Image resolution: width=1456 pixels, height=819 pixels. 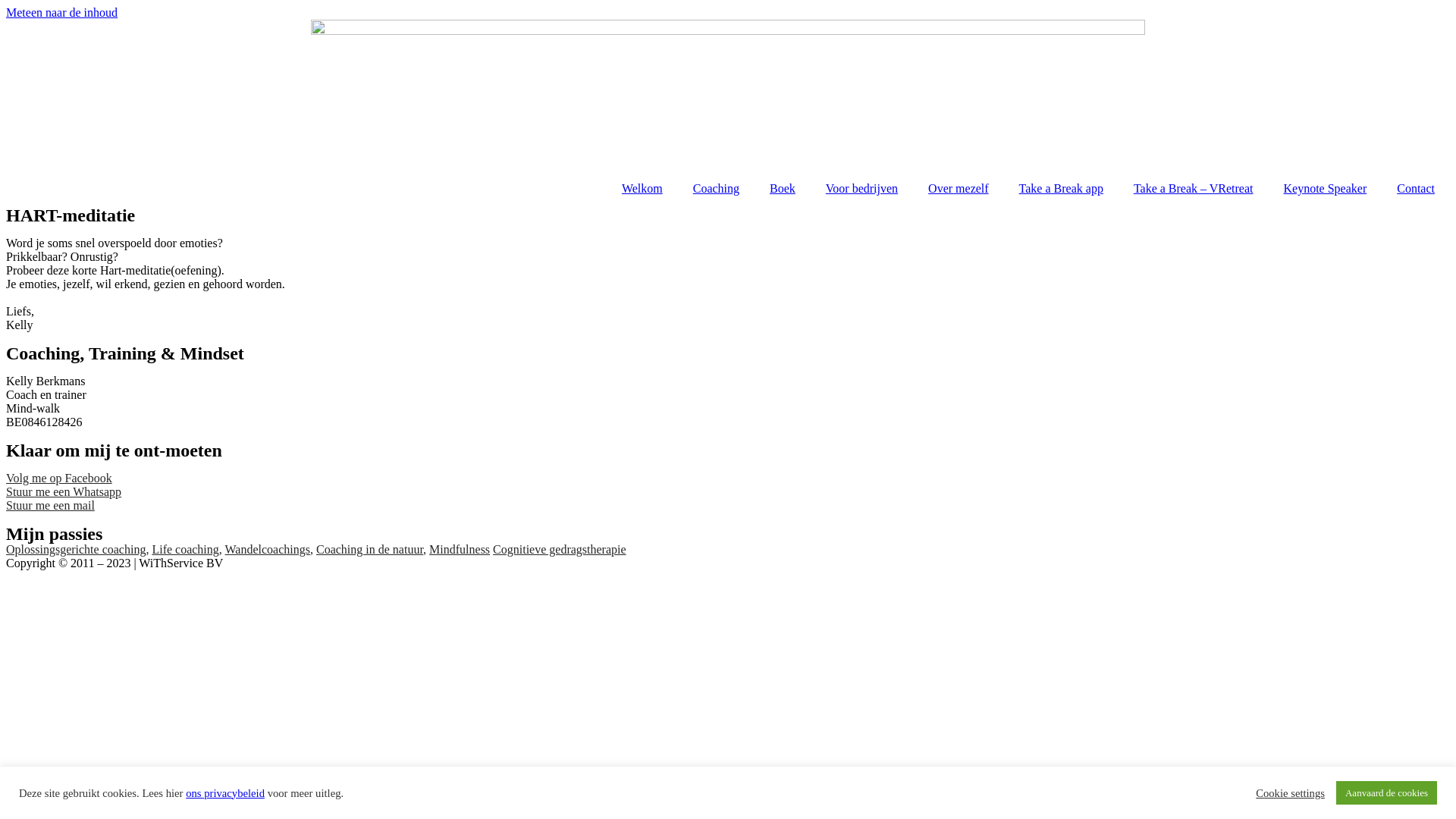 I want to click on 'Voor bedrijven', so click(x=810, y=188).